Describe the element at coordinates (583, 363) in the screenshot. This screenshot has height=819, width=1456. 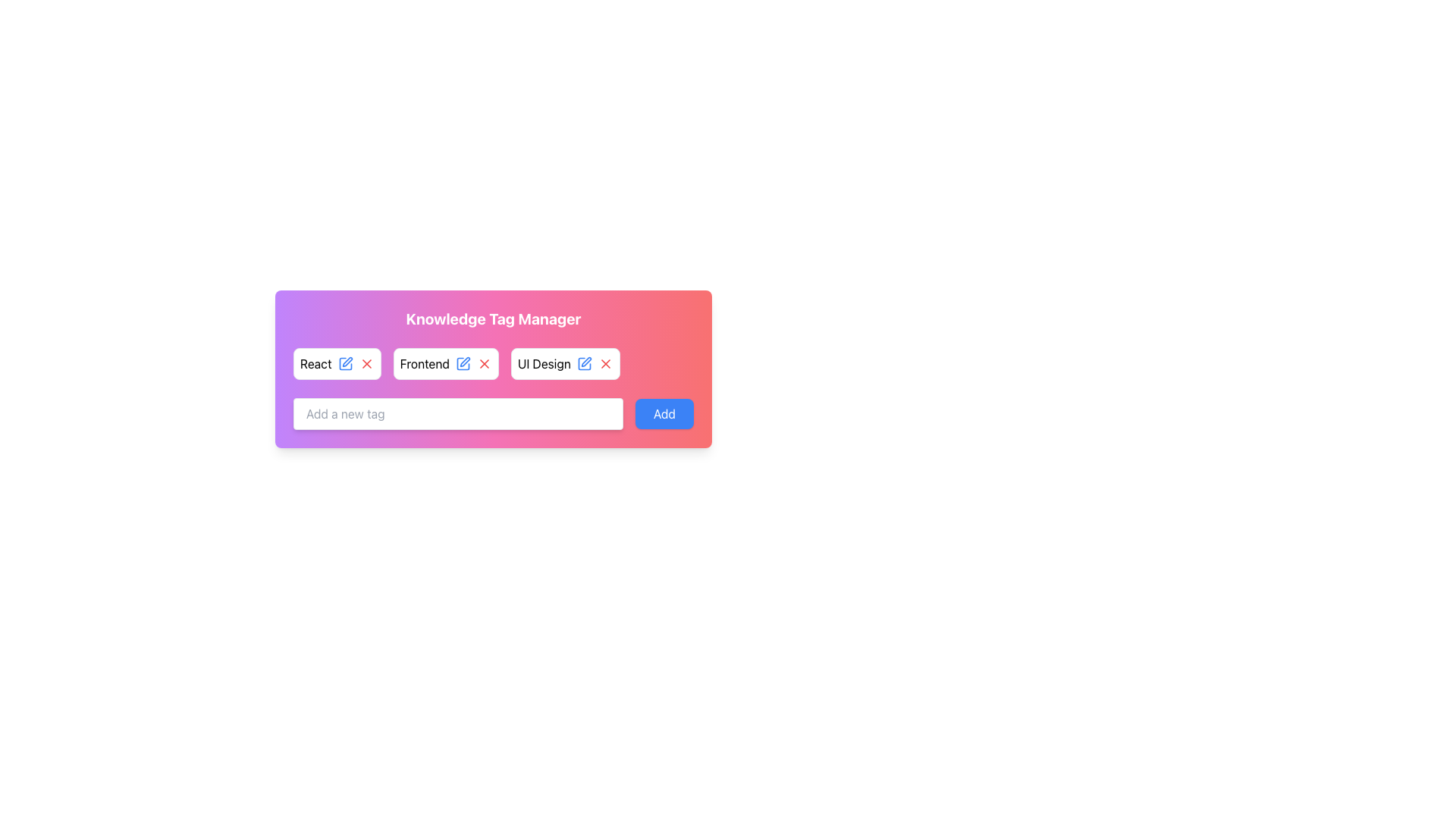
I see `the edit icon located to the right of the 'UI Design' text tag` at that location.